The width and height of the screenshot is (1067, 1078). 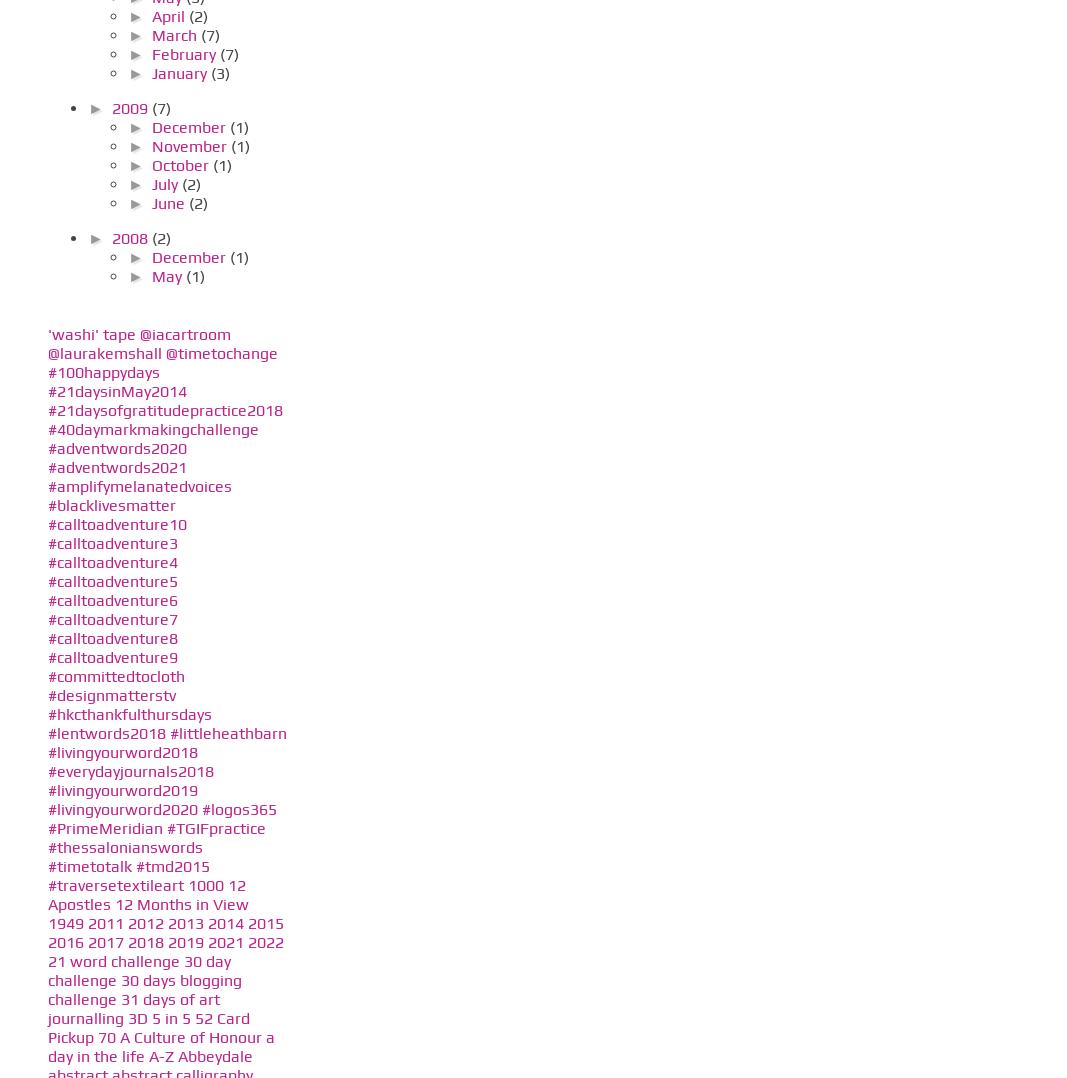 What do you see at coordinates (114, 904) in the screenshot?
I see `'12 Months in View'` at bounding box center [114, 904].